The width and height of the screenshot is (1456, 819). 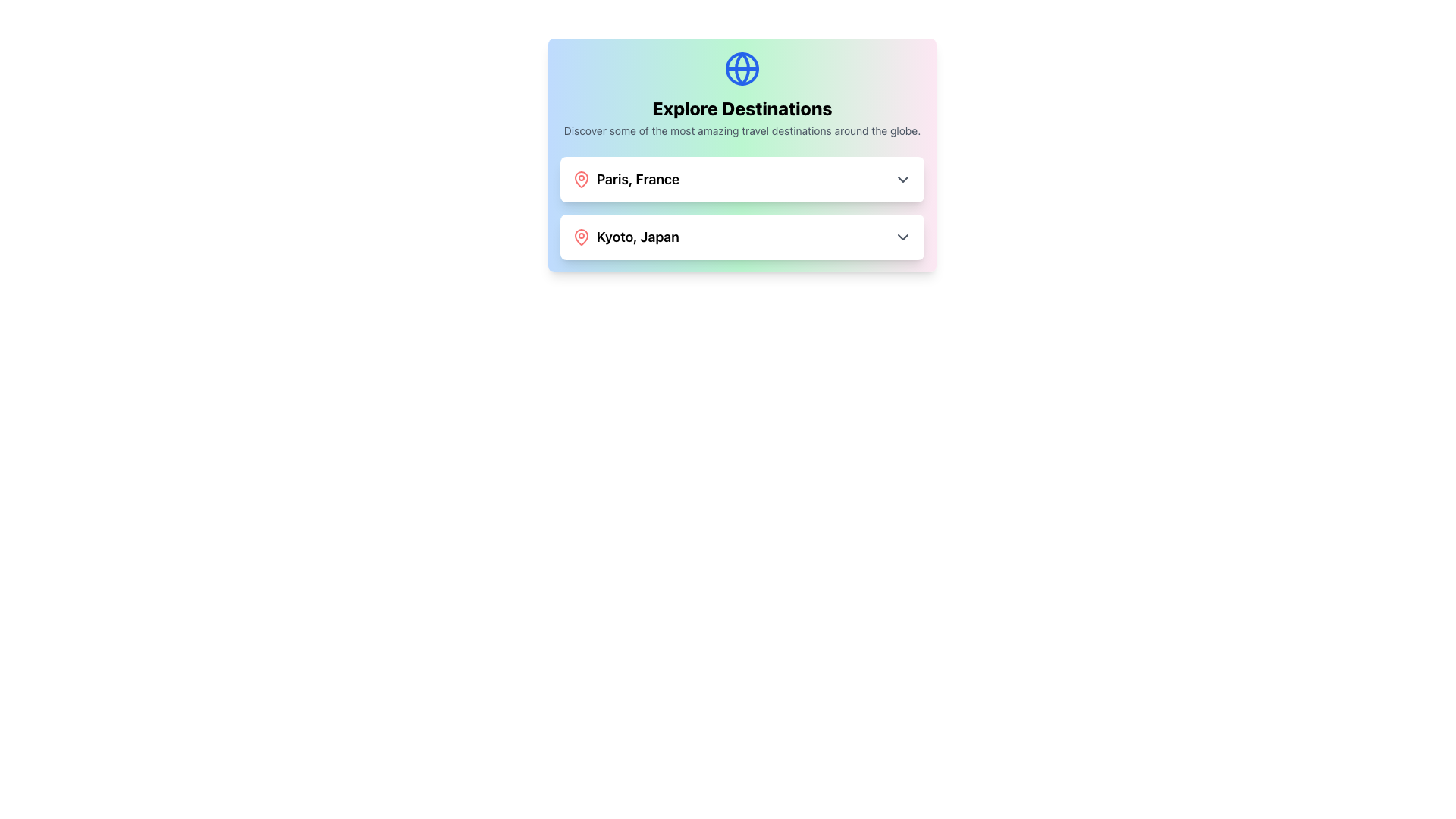 What do you see at coordinates (742, 107) in the screenshot?
I see `the text label that serves as a title for exploring destinations, positioned below a globe icon and above a descriptive text block` at bounding box center [742, 107].